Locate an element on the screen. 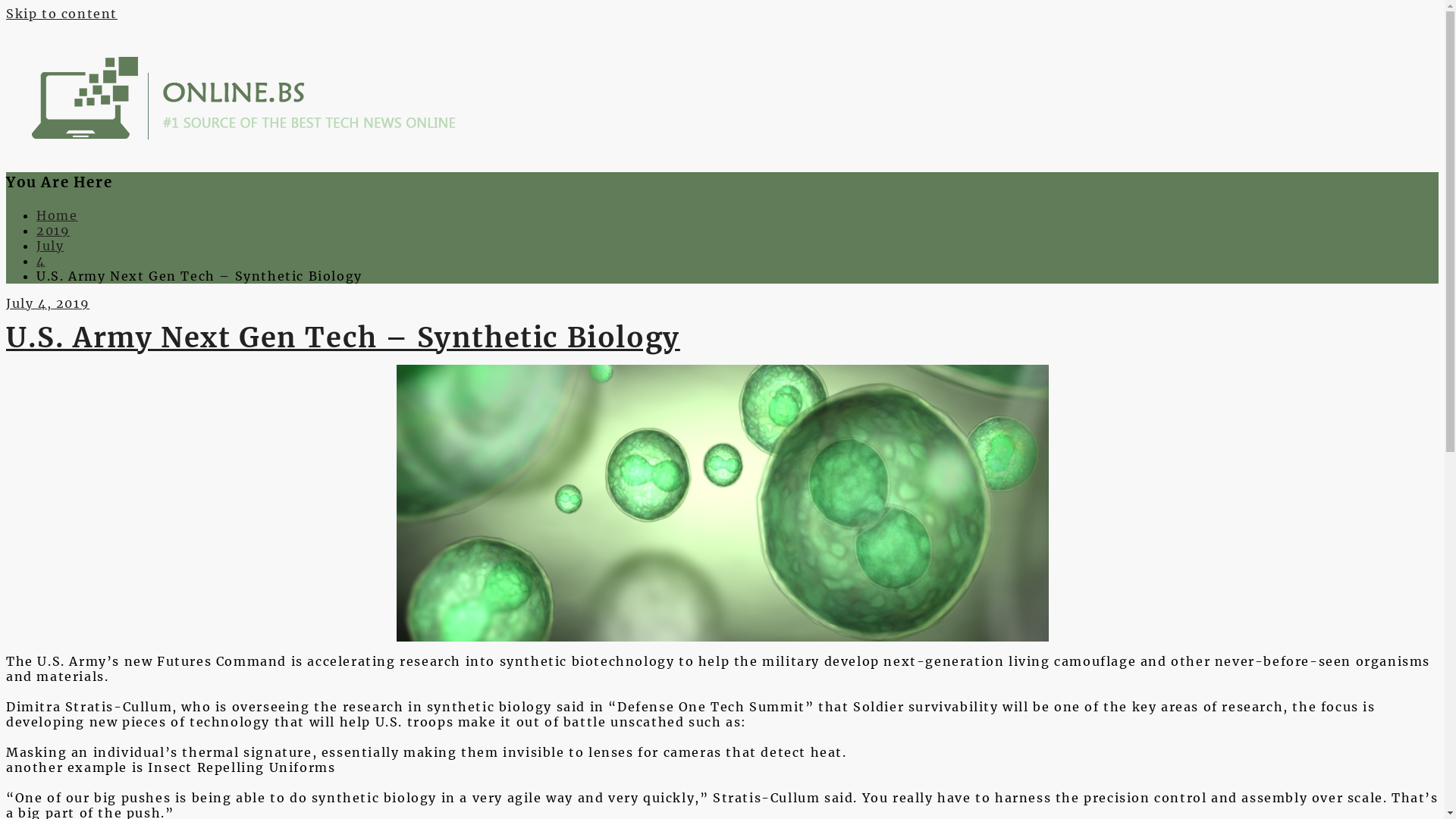  'Home' is located at coordinates (57, 215).